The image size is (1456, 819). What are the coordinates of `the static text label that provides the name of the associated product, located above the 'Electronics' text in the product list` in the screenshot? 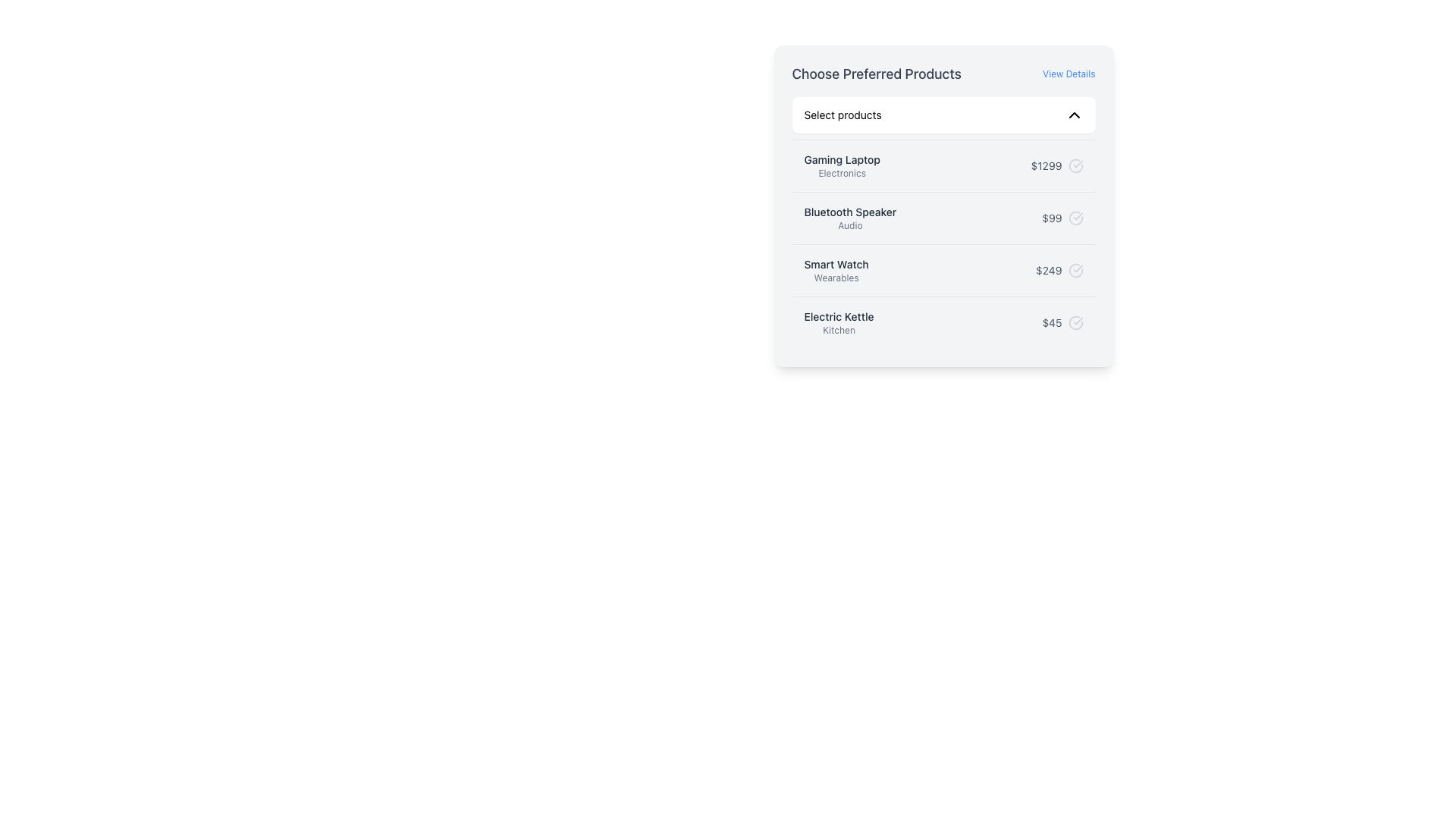 It's located at (841, 160).